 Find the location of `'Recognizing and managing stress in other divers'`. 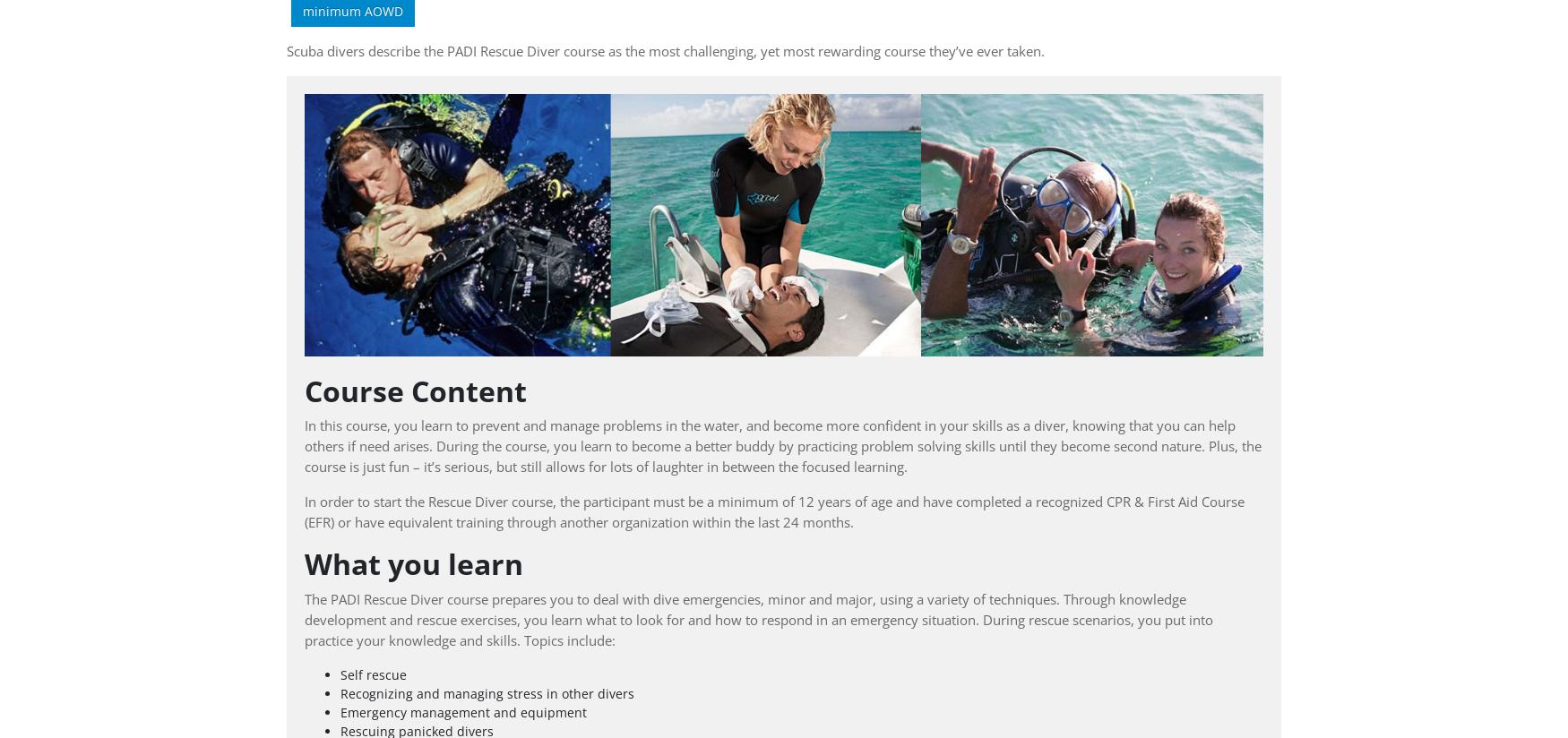

'Recognizing and managing stress in other divers' is located at coordinates (487, 691).